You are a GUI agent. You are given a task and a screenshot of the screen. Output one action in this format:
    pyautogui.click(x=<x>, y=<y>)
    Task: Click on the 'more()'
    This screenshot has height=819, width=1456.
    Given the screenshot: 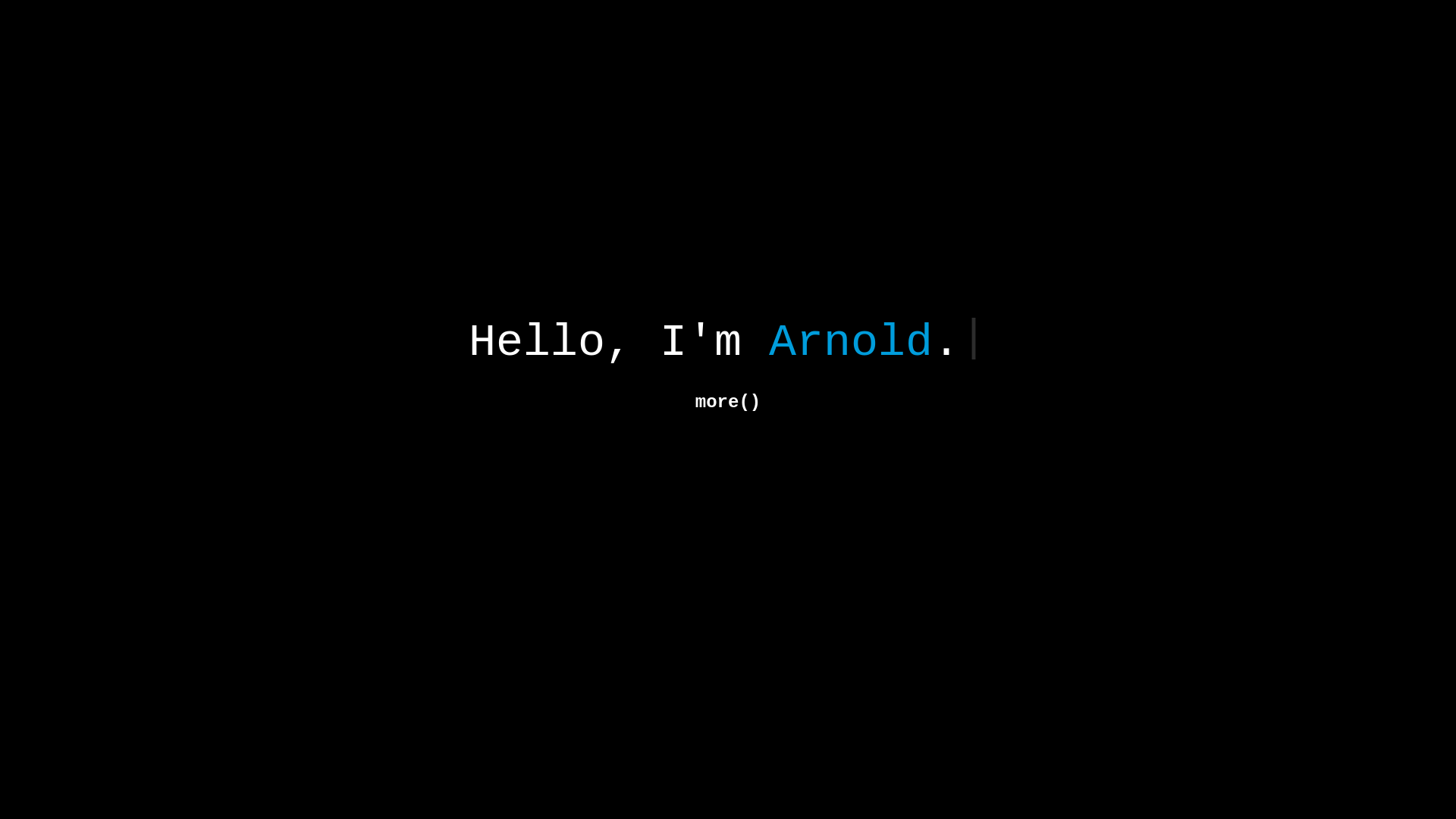 What is the action you would take?
    pyautogui.click(x=728, y=402)
    